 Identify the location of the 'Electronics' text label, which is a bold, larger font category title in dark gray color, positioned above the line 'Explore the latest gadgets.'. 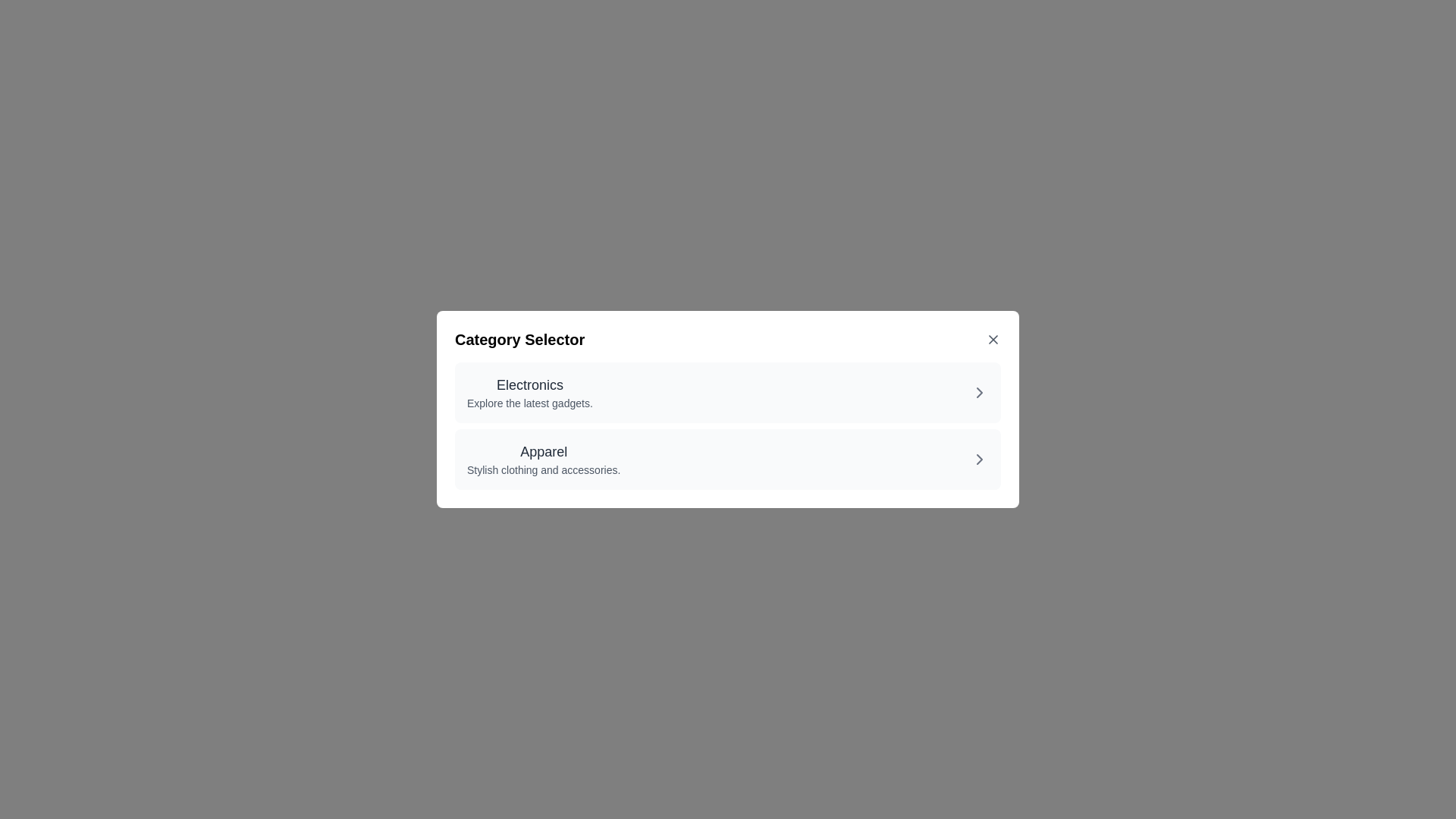
(529, 384).